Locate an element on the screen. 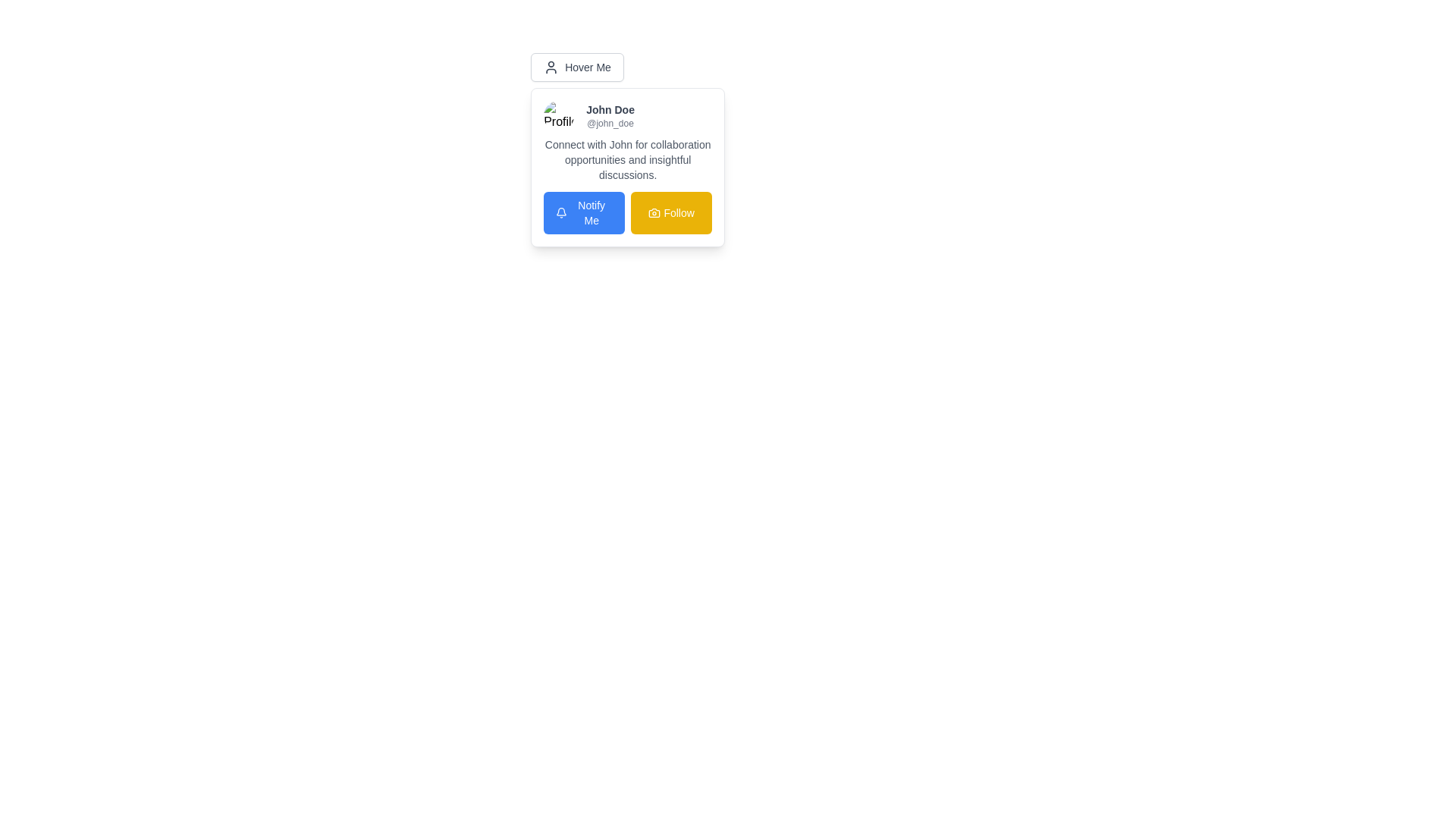 The image size is (1456, 819). the text display showing the username or handle of the individual, located directly below 'John Doe' in the profile card is located at coordinates (610, 122).